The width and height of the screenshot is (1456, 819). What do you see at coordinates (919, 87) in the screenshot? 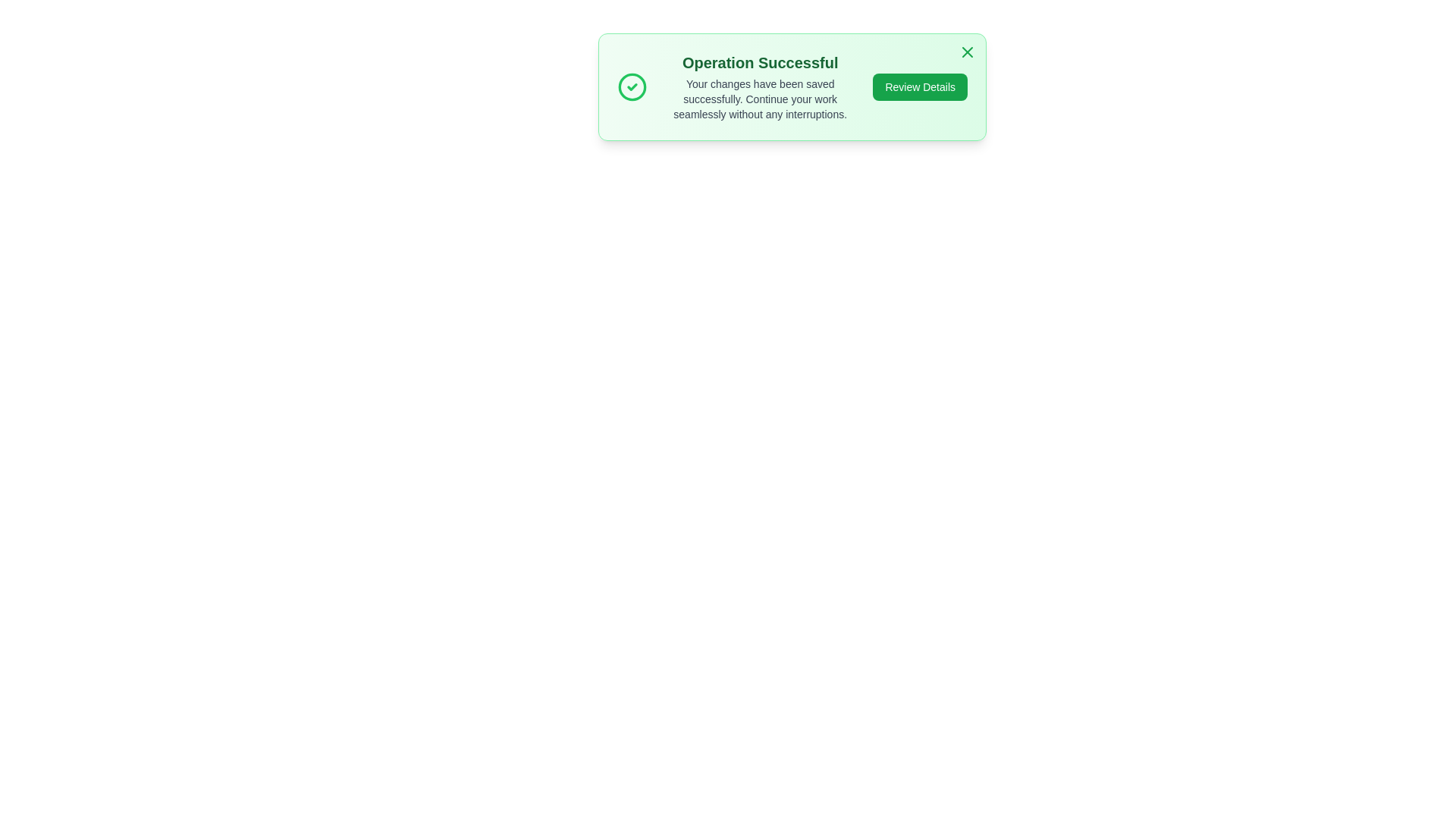
I see `the 'Review Details' button to navigate to the details page` at bounding box center [919, 87].